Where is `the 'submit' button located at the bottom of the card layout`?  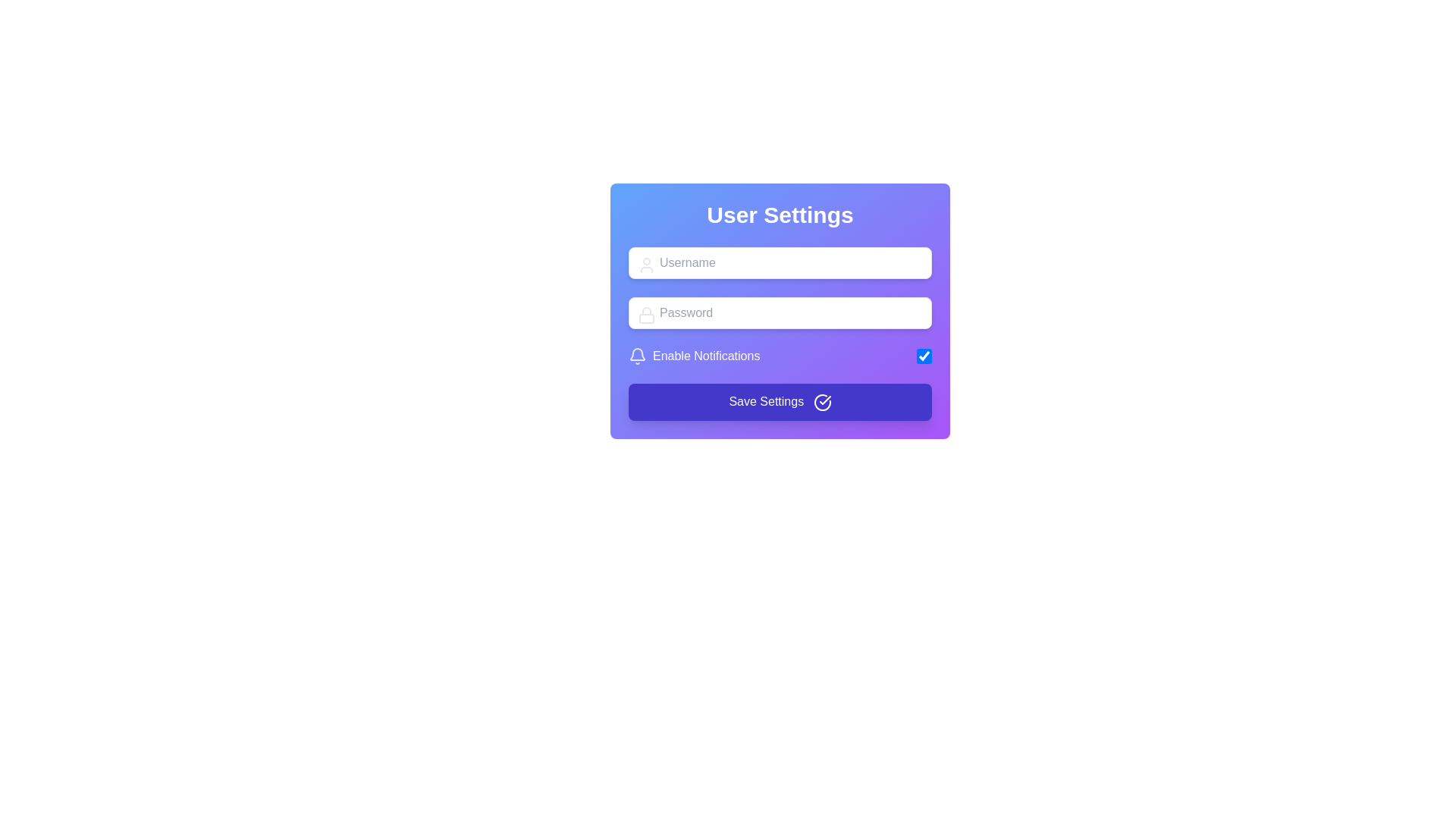
the 'submit' button located at the bottom of the card layout is located at coordinates (780, 400).